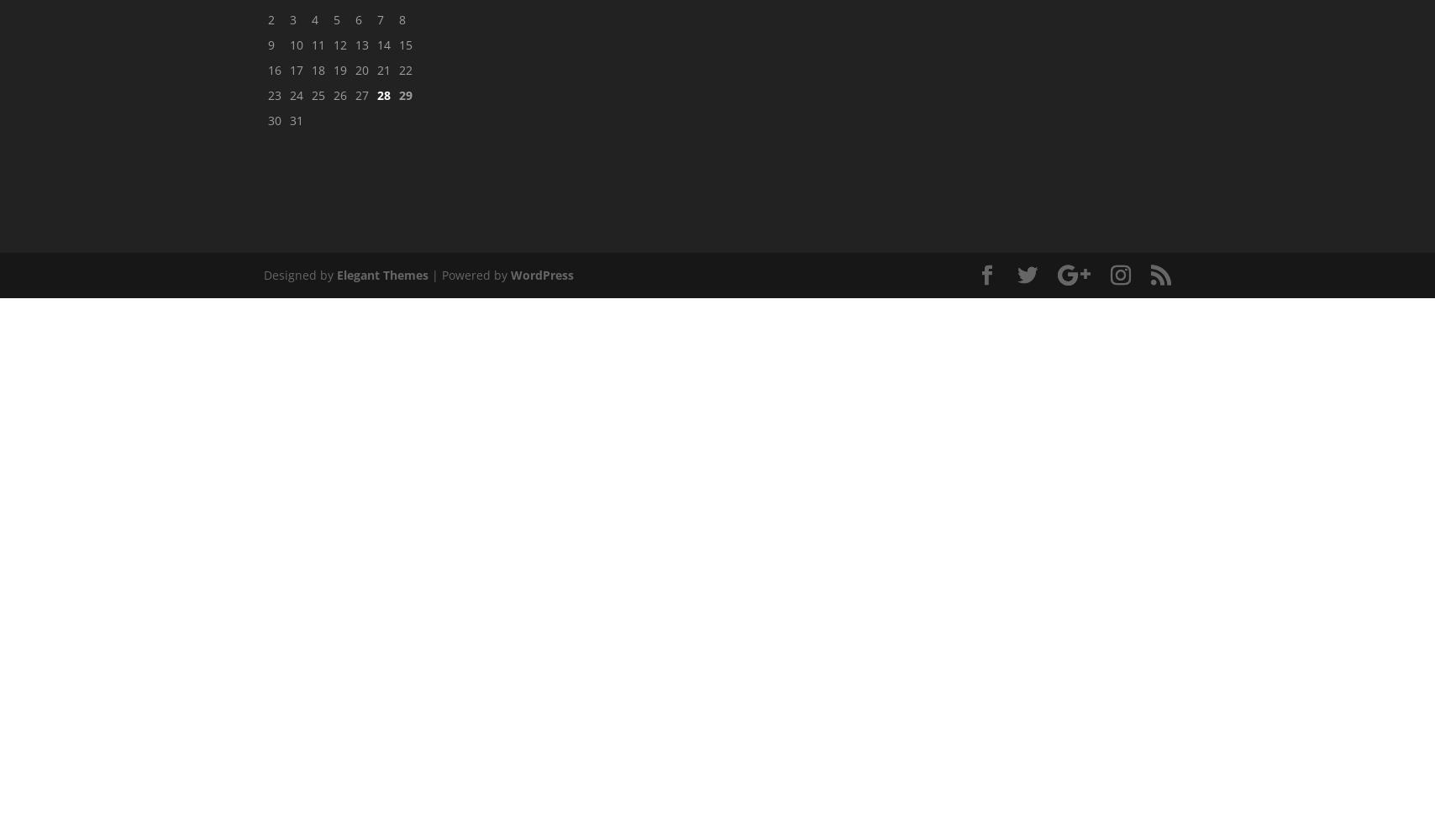  I want to click on '5', so click(337, 19).